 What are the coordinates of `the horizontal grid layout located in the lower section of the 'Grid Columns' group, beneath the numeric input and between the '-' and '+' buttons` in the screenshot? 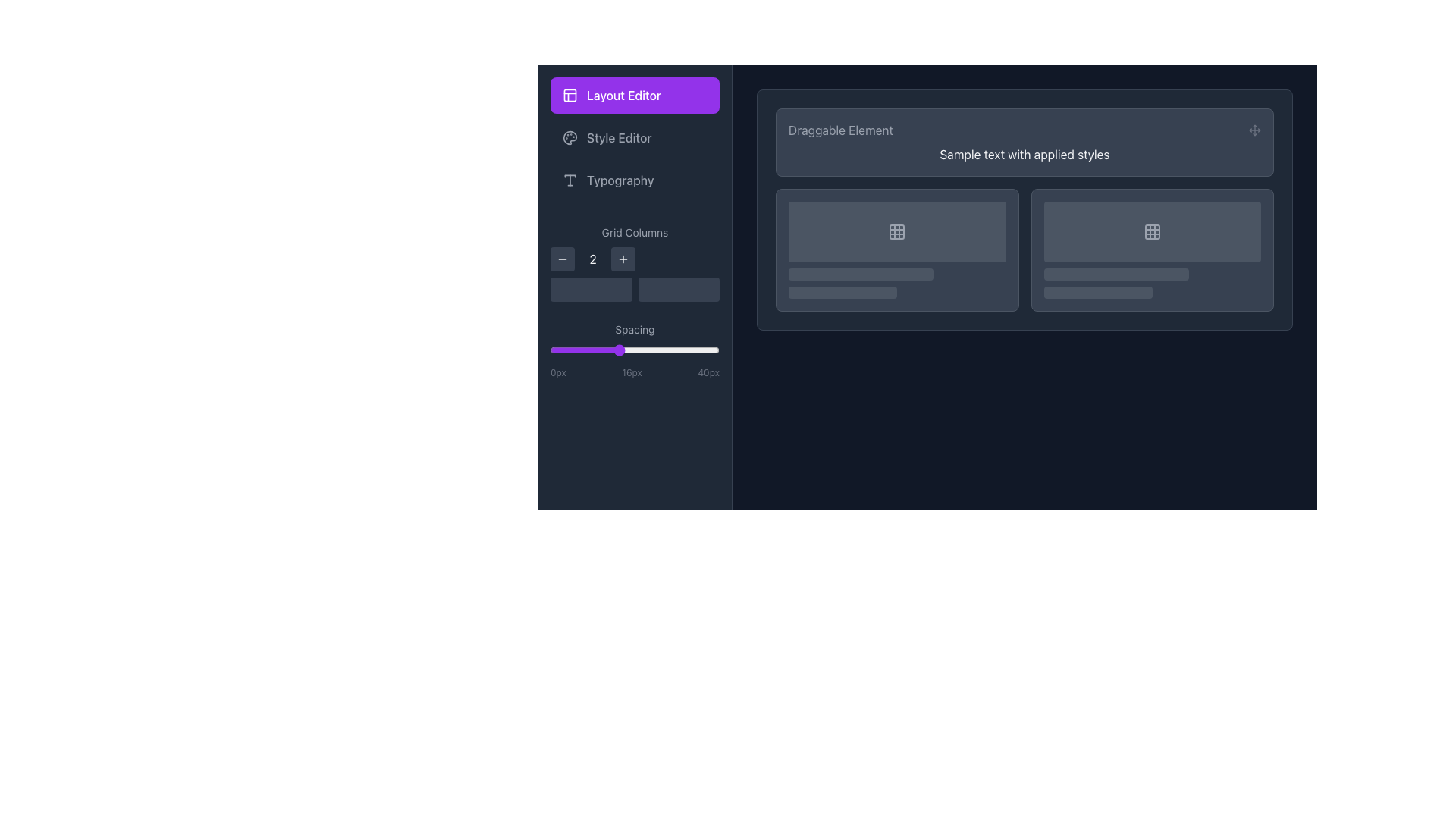 It's located at (635, 289).